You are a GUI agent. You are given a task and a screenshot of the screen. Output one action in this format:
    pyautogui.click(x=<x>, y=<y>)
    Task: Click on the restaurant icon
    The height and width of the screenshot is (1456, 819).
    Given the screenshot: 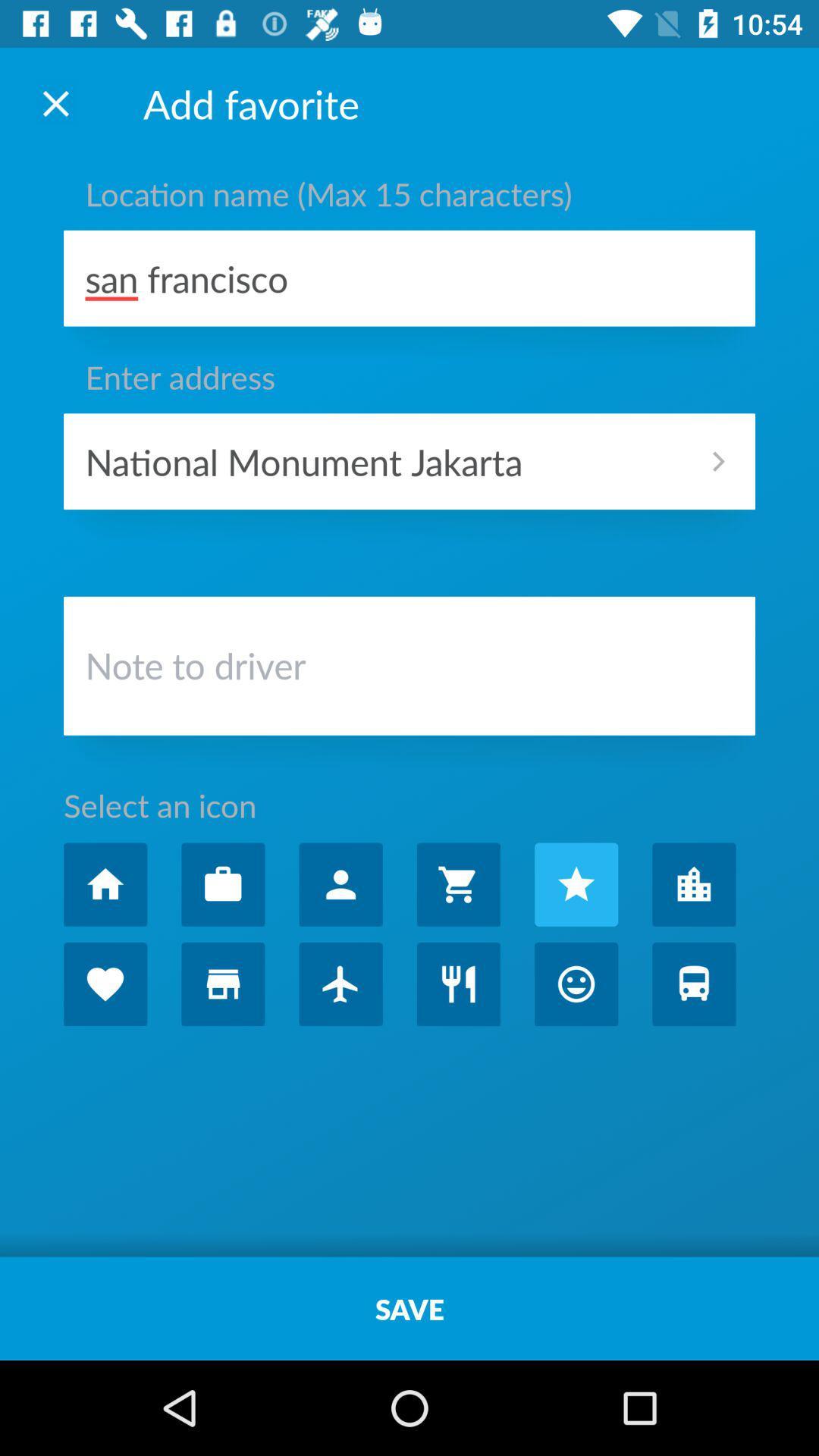 What is the action you would take?
    pyautogui.click(x=457, y=984)
    